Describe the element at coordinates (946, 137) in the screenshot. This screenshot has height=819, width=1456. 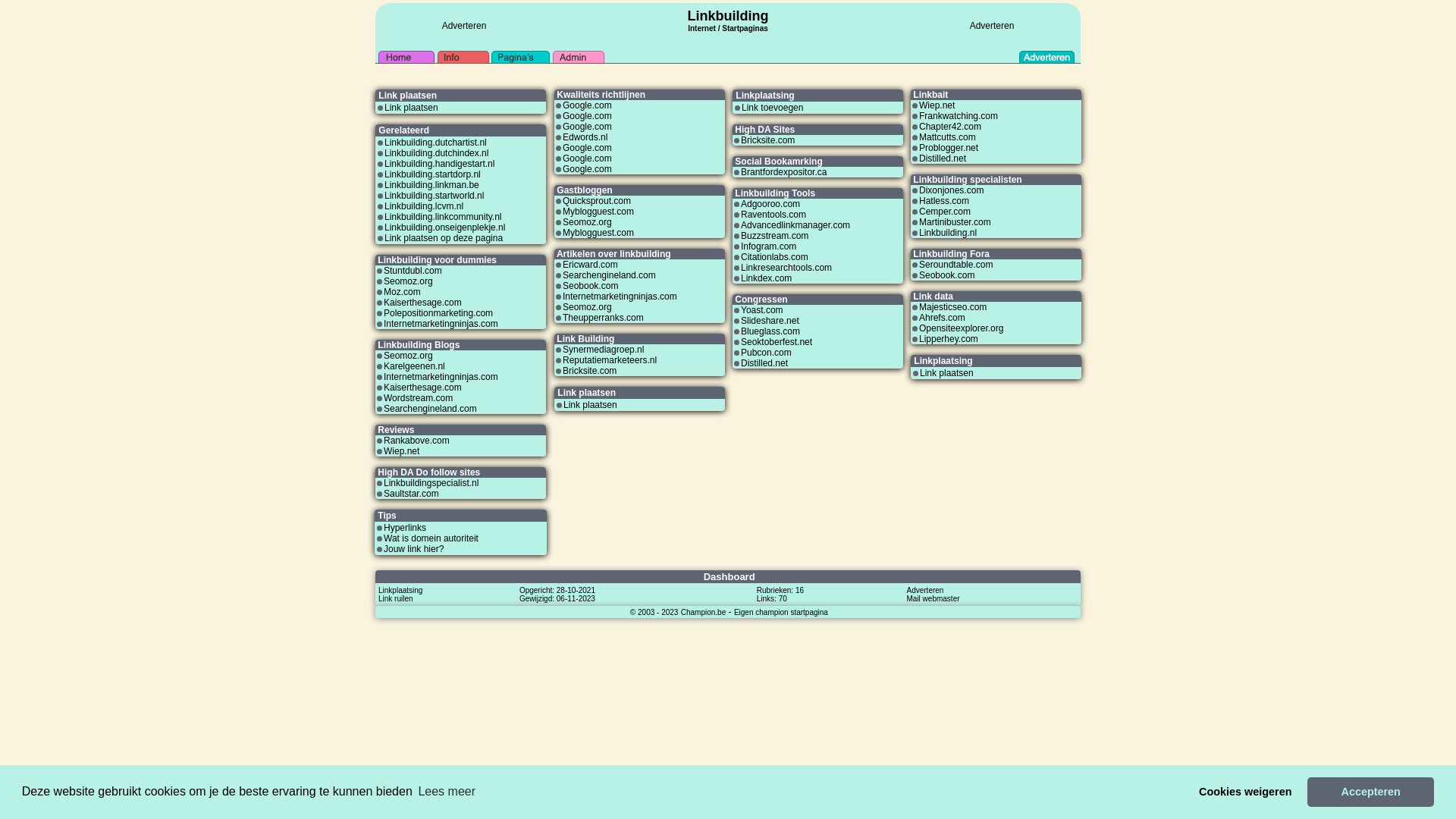
I see `'Mattcutts.com'` at that location.